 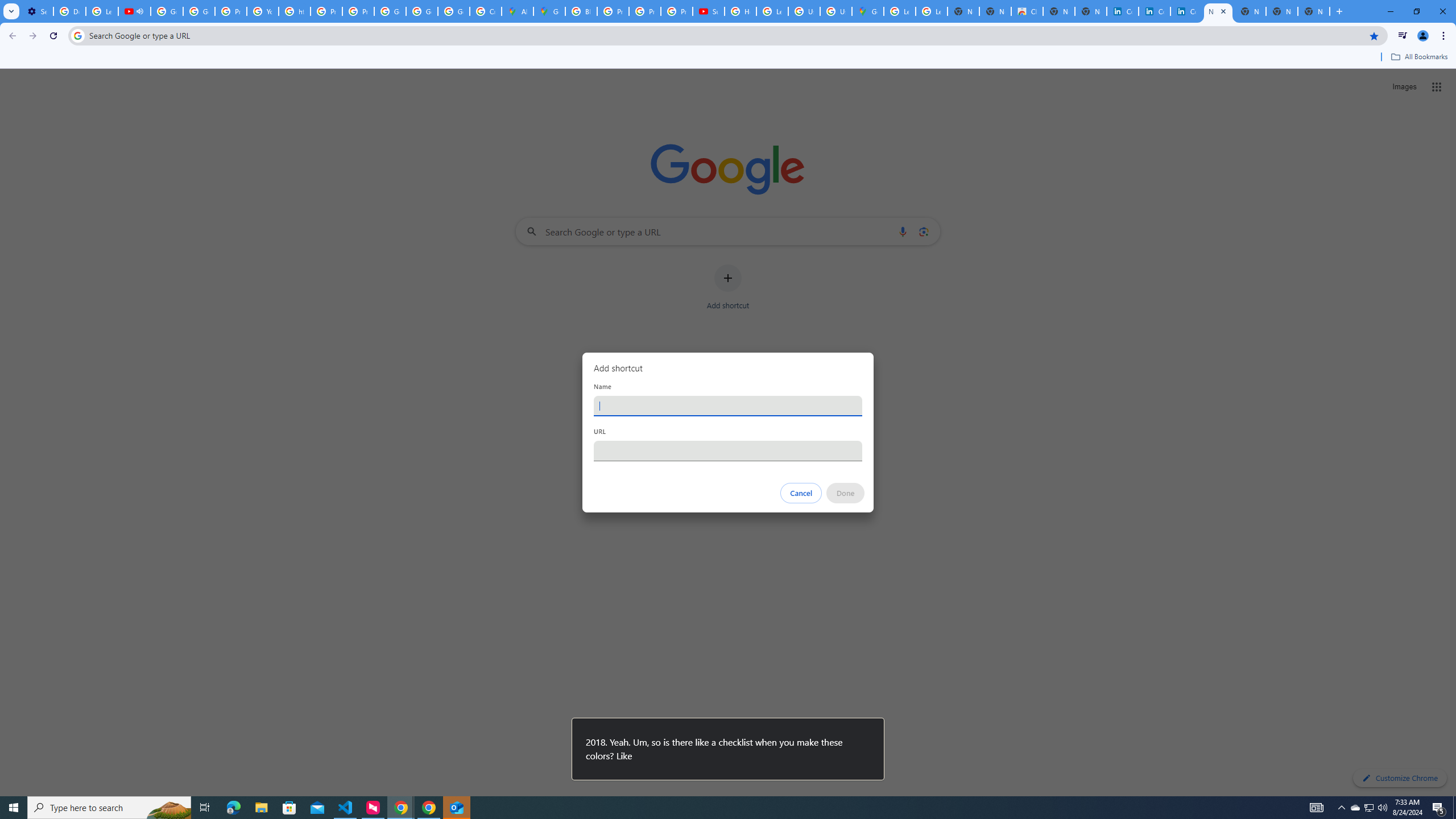 I want to click on 'Cancel', so click(x=801, y=493).